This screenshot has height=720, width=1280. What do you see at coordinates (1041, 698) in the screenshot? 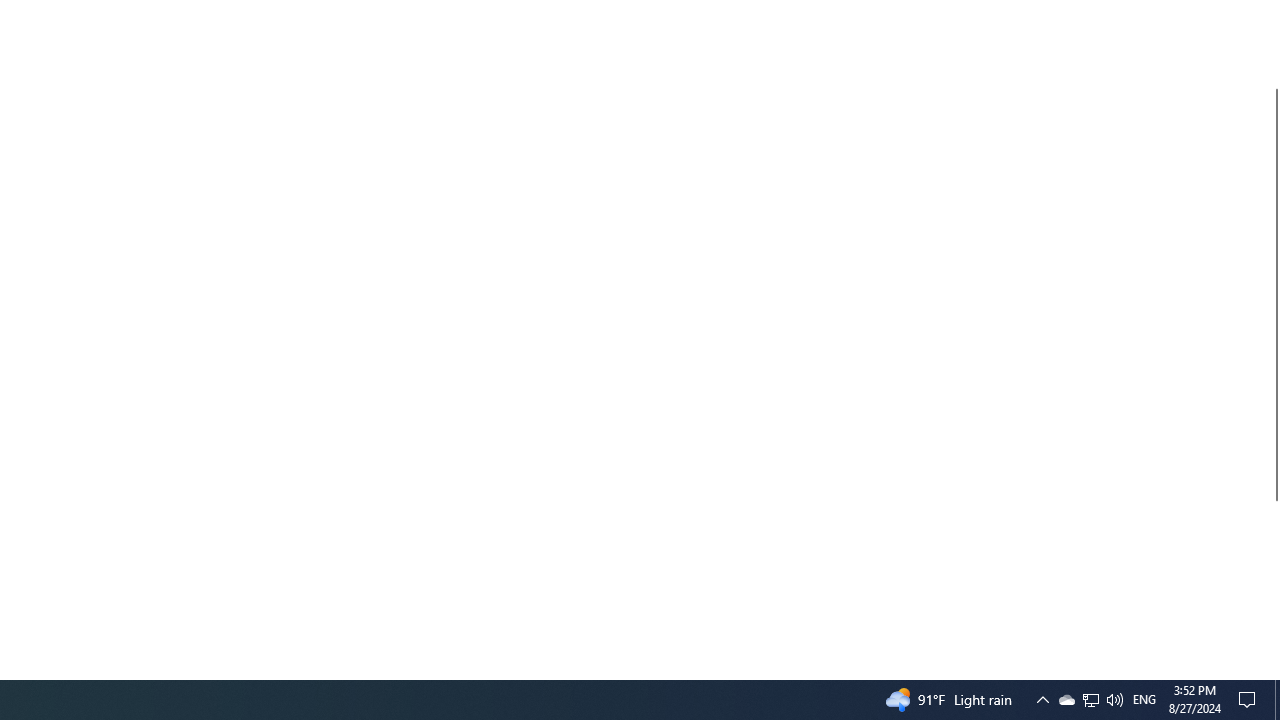
I see `'Notification Chevron'` at bounding box center [1041, 698].